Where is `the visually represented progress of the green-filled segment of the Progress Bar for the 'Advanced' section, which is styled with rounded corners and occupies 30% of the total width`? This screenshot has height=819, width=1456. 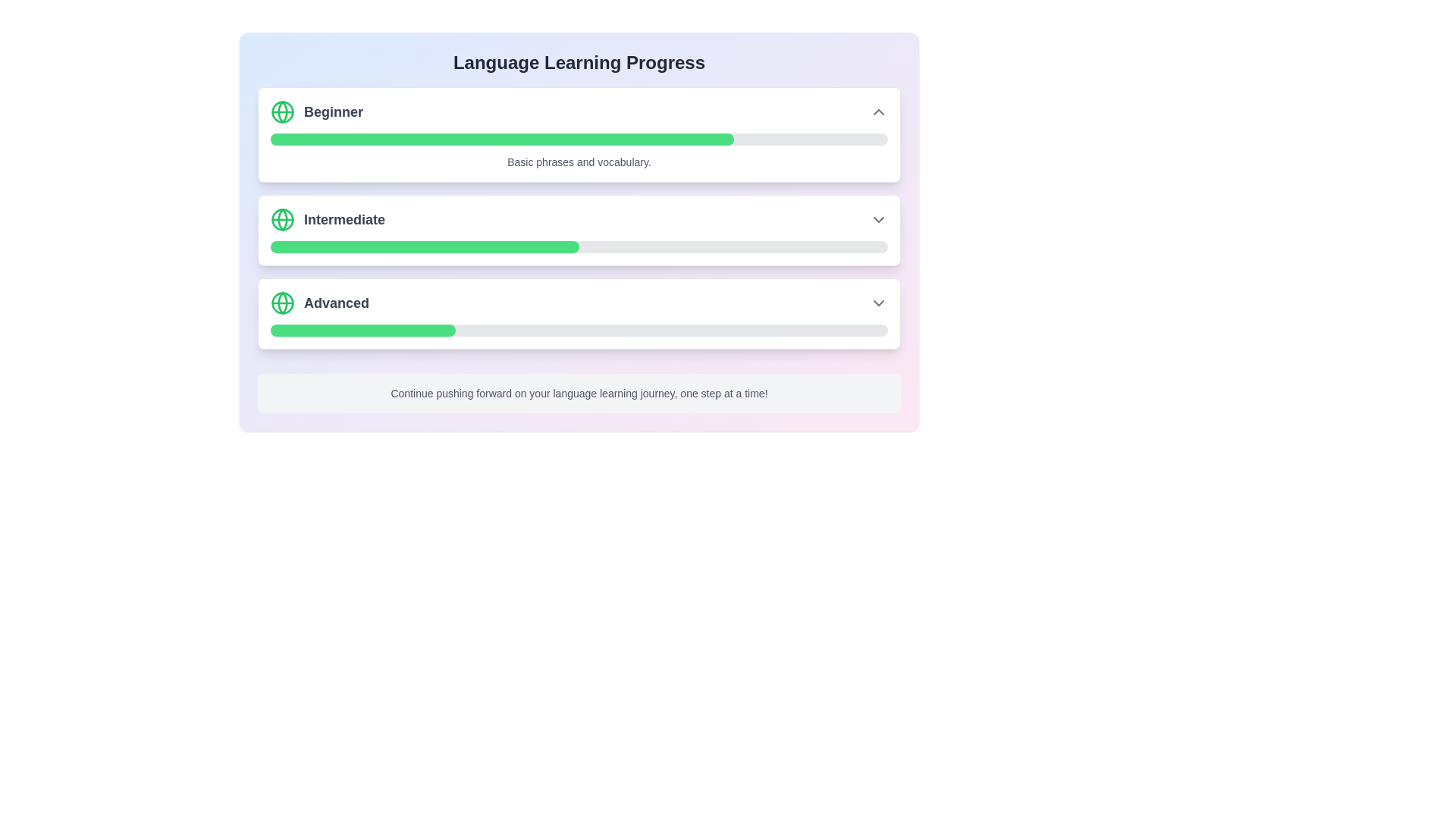 the visually represented progress of the green-filled segment of the Progress Bar for the 'Advanced' section, which is styled with rounded corners and occupies 30% of the total width is located at coordinates (362, 329).